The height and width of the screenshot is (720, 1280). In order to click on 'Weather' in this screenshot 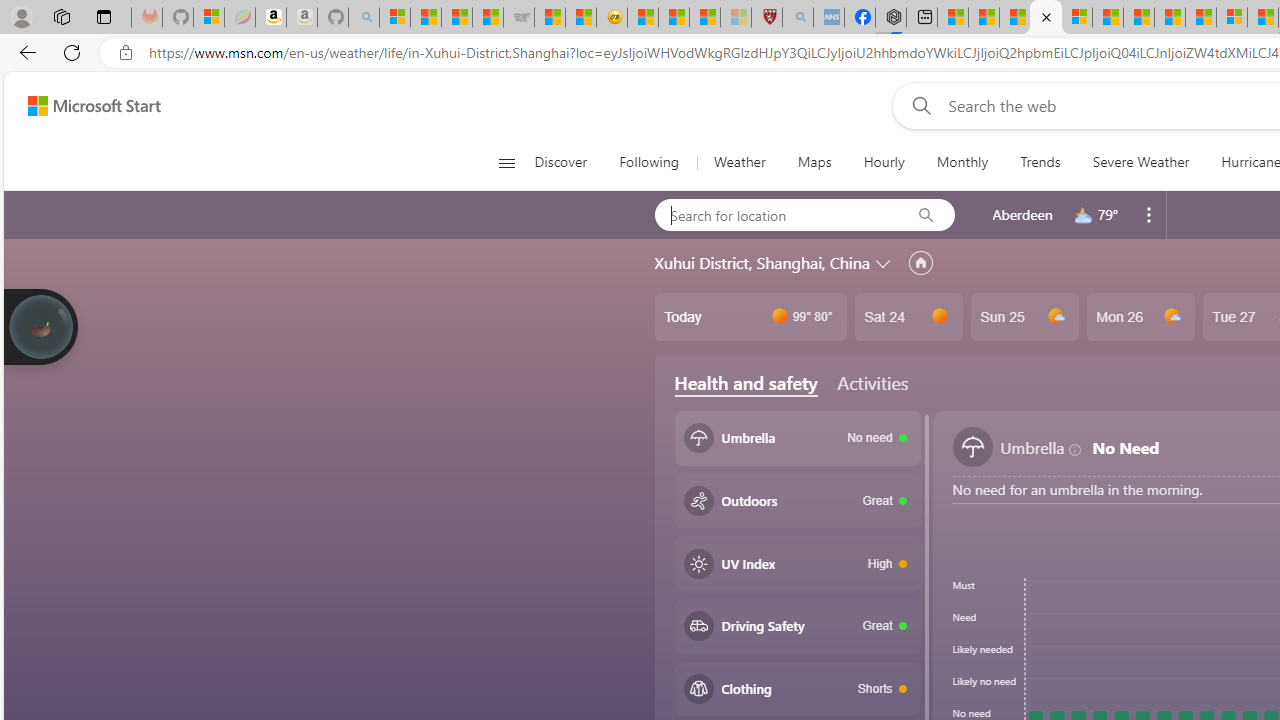, I will do `click(738, 162)`.